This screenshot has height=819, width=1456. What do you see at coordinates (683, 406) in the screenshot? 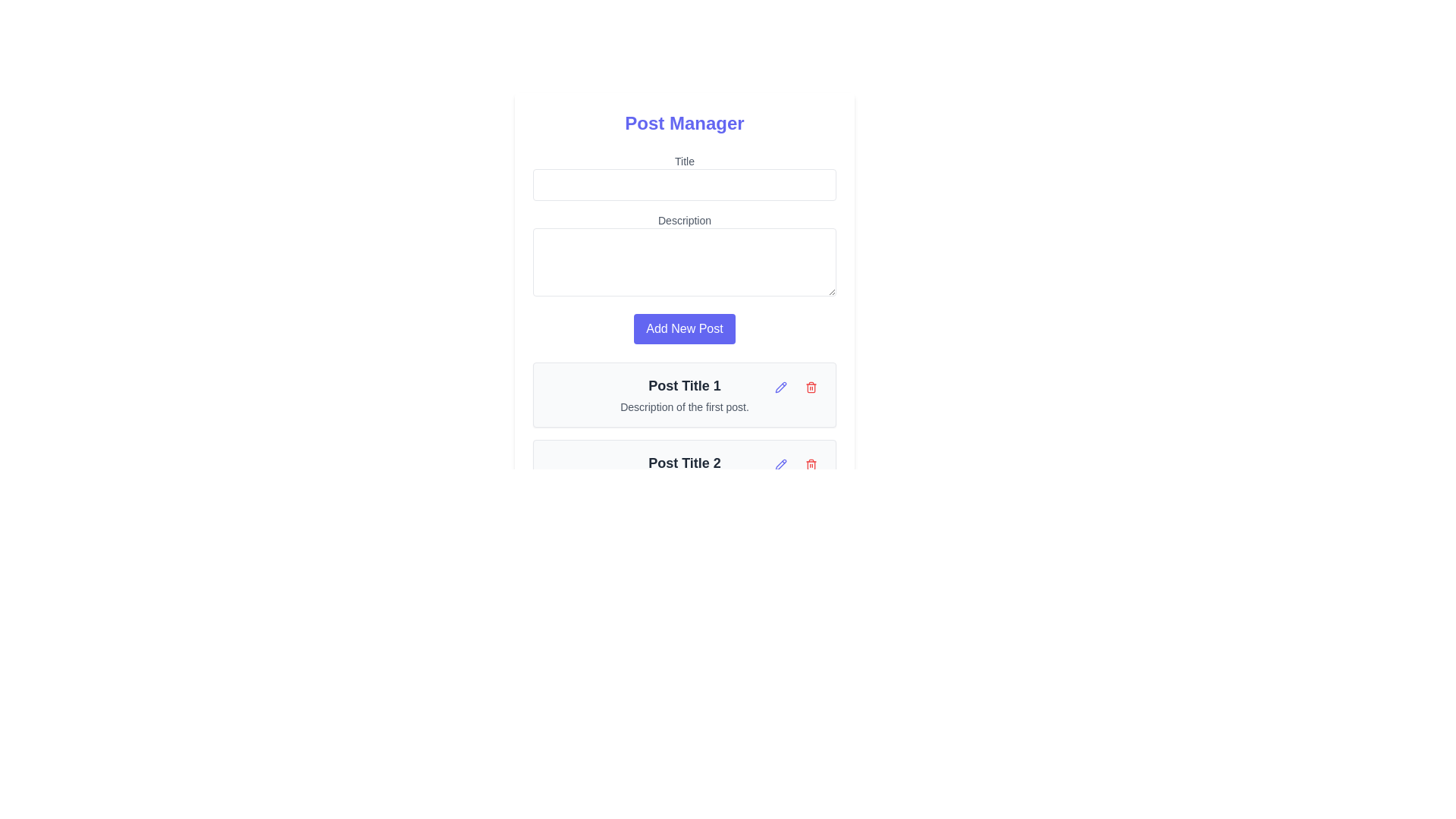
I see `the static text block displaying 'Description of the first post.' which is located directly beneath 'Post Title 1' in the first post card` at bounding box center [683, 406].